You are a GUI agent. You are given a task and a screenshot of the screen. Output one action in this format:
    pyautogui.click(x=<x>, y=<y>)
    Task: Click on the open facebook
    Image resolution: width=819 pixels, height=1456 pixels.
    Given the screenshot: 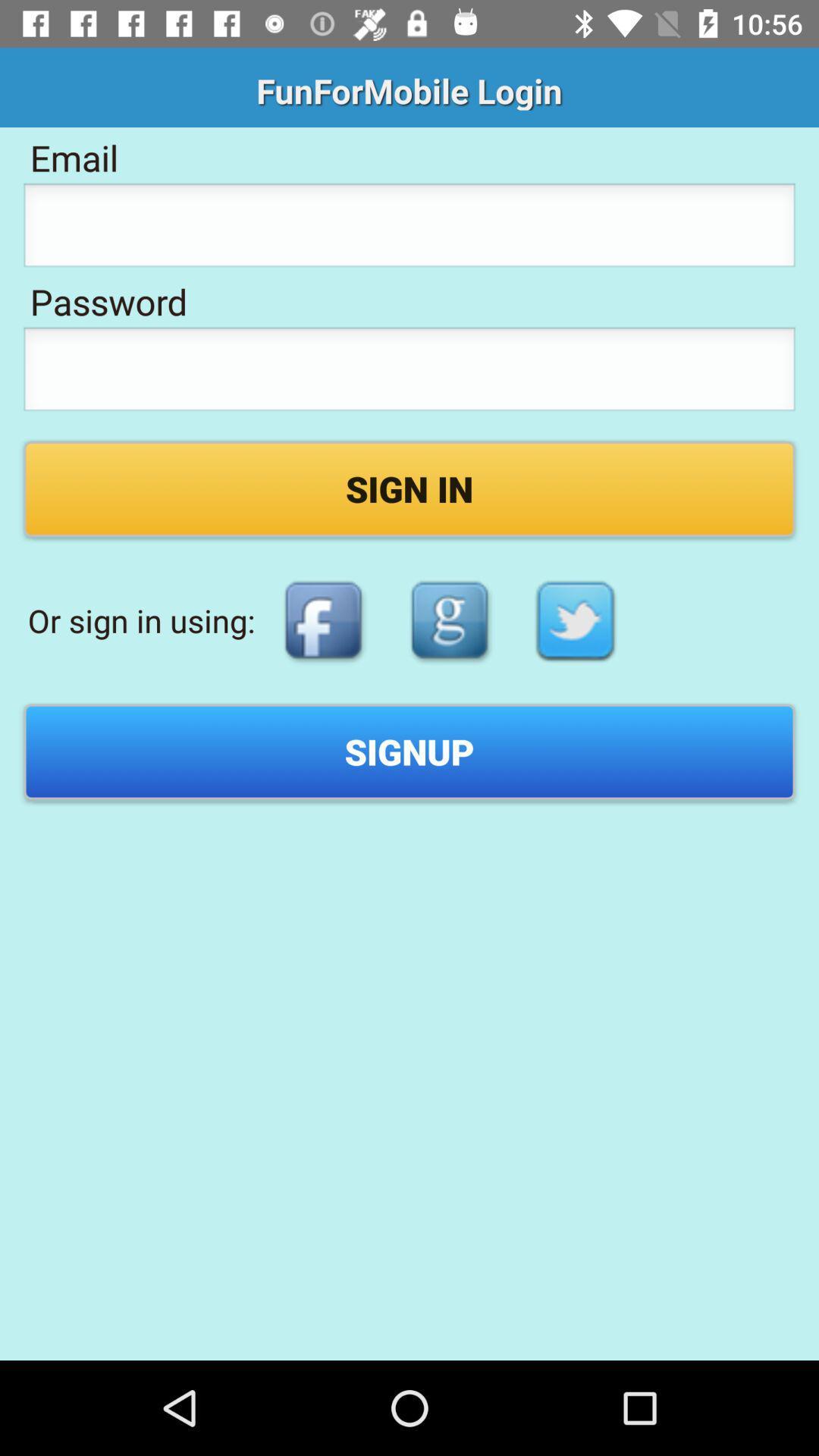 What is the action you would take?
    pyautogui.click(x=322, y=620)
    